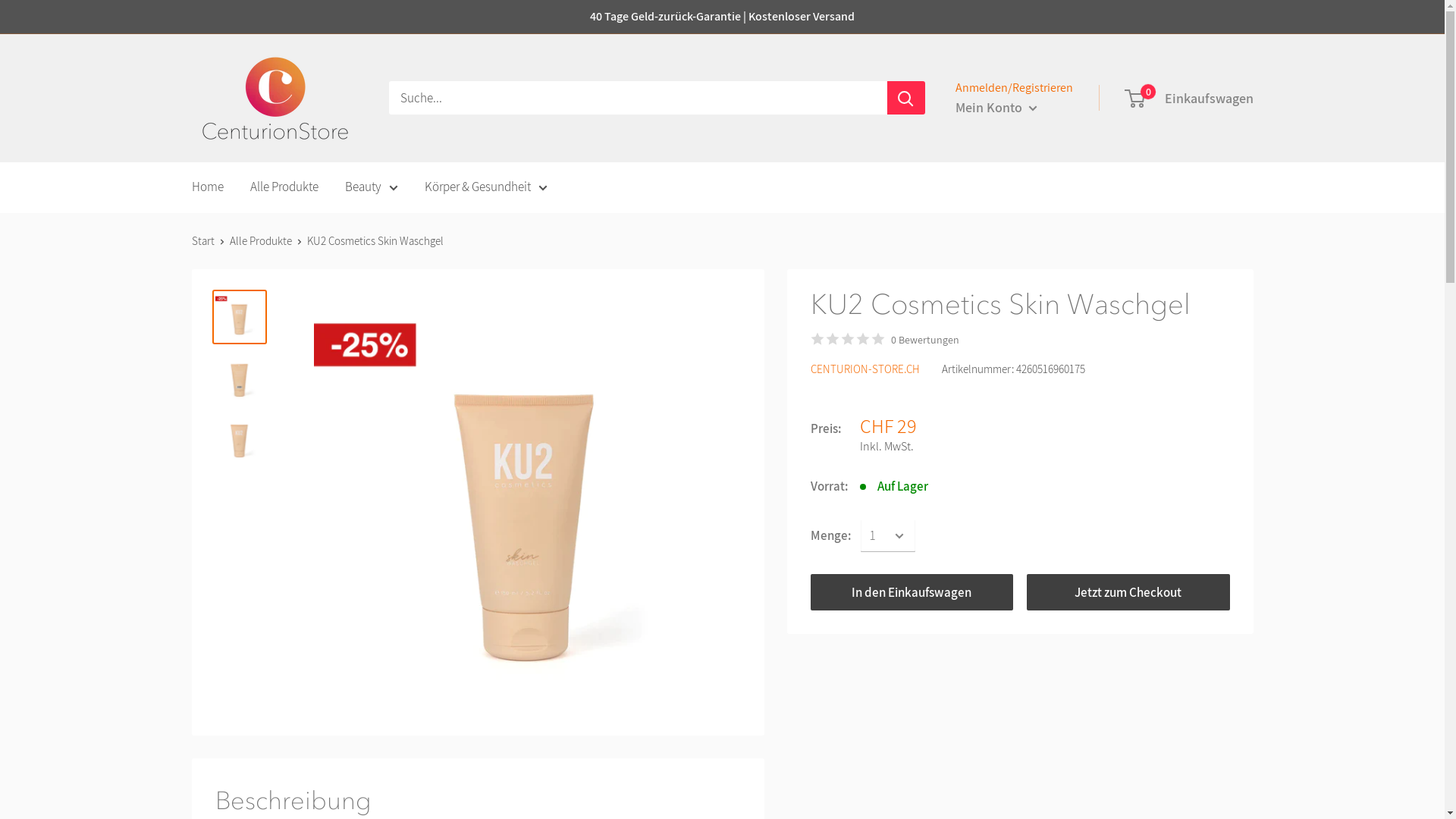 The height and width of the screenshot is (819, 1456). I want to click on 'CENTURION-STORE.CH', so click(864, 369).